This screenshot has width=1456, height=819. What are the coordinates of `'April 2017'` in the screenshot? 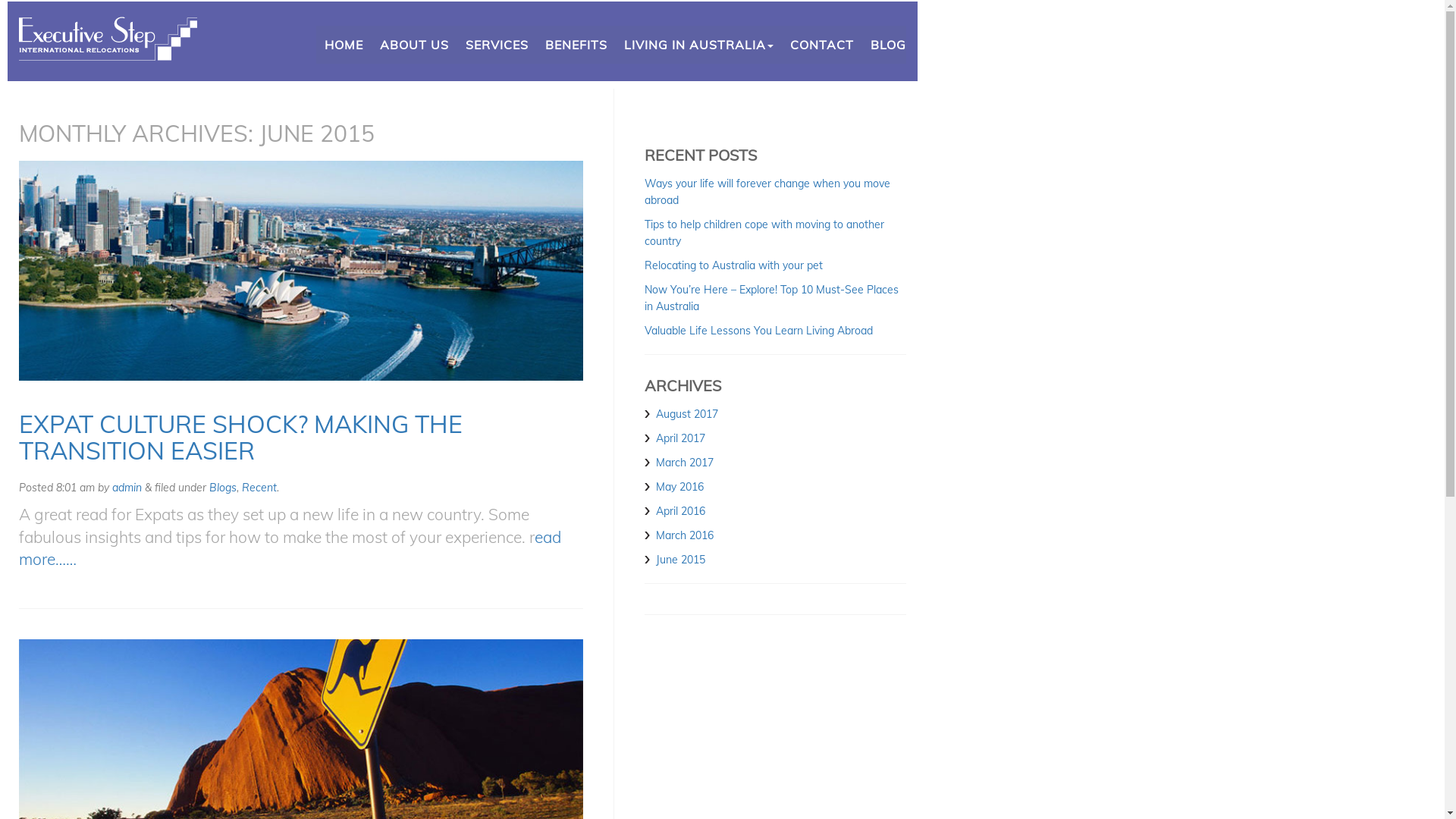 It's located at (679, 438).